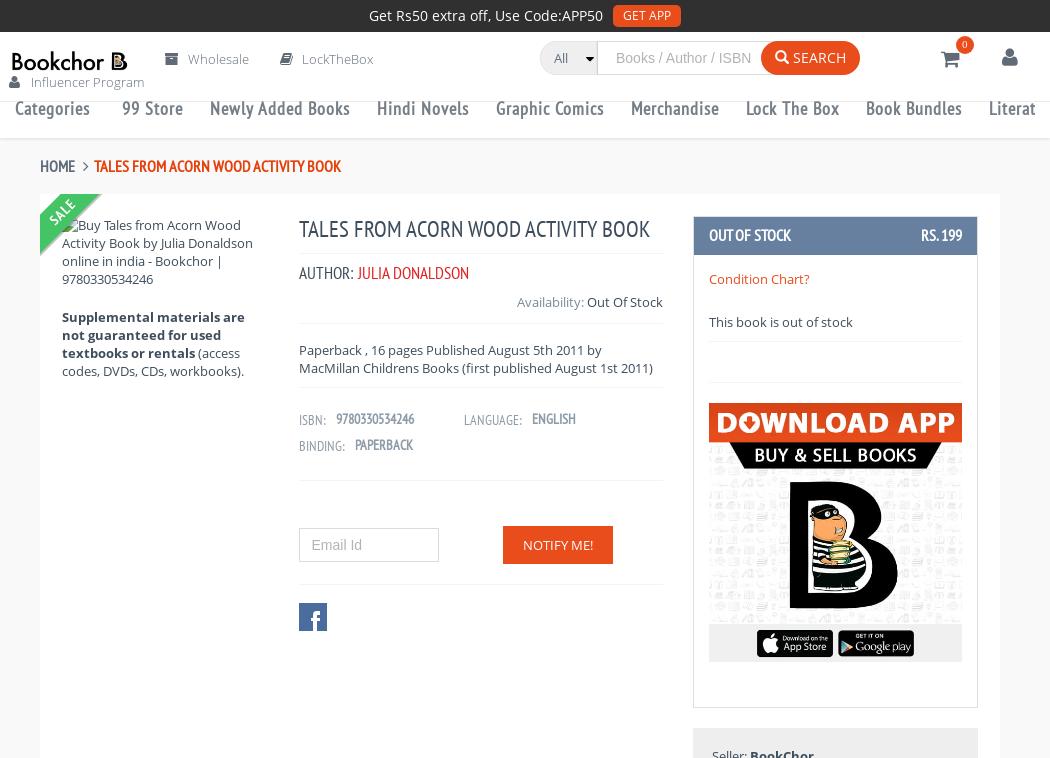 The height and width of the screenshot is (758, 1050). What do you see at coordinates (646, 14) in the screenshot?
I see `'GET APP'` at bounding box center [646, 14].